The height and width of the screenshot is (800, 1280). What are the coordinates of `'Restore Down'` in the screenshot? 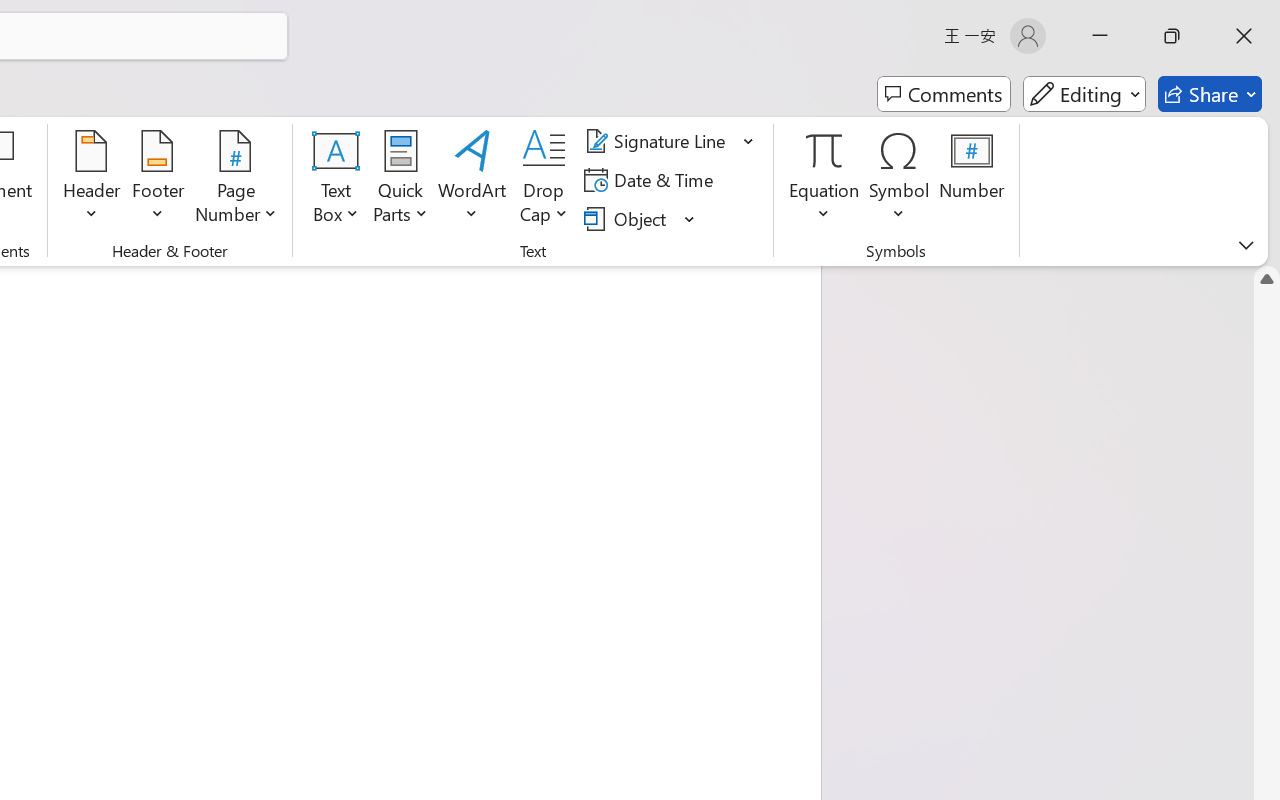 It's located at (1172, 35).